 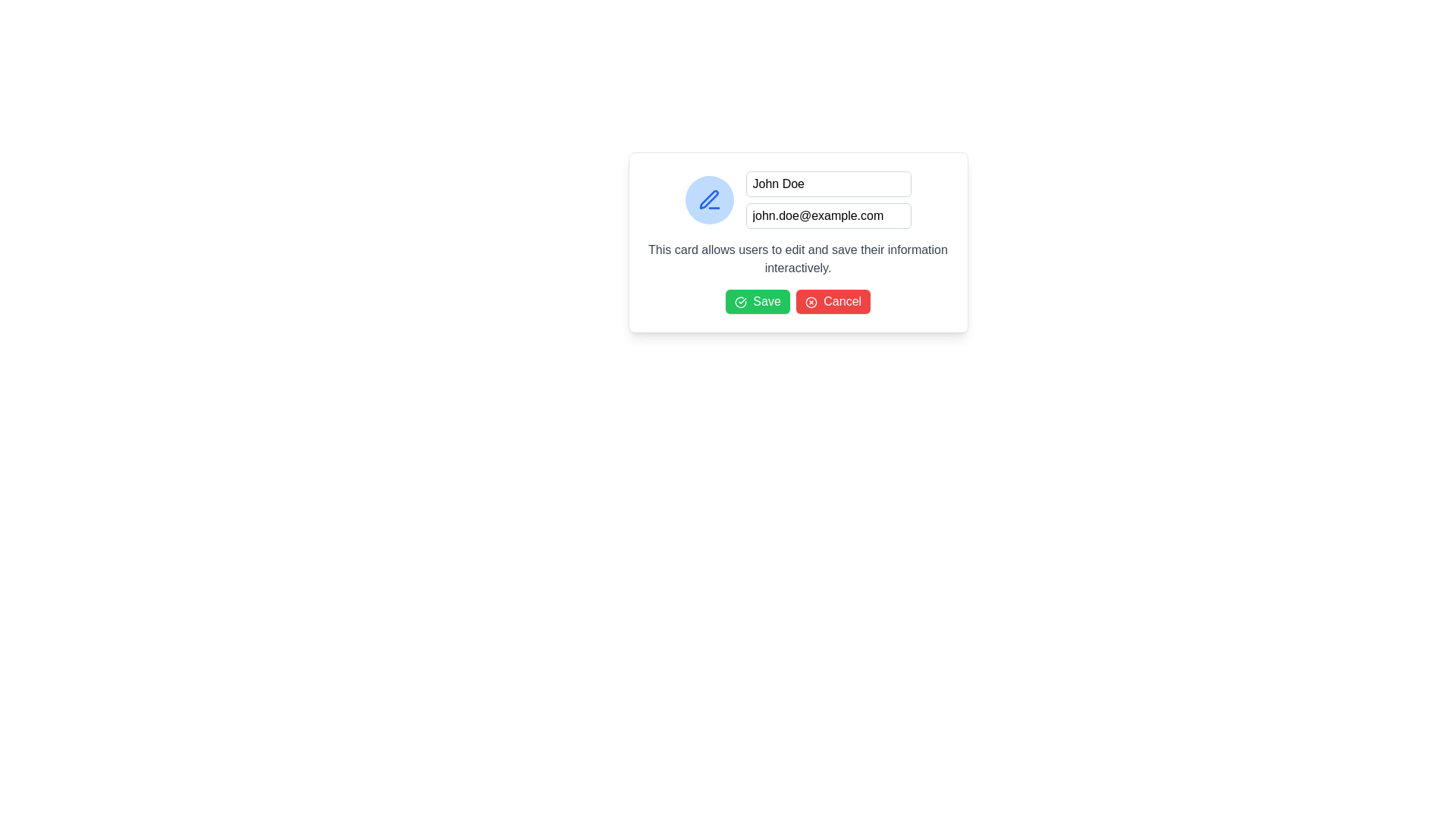 What do you see at coordinates (833, 301) in the screenshot?
I see `the cancel button located on the right side of the 'Save' button at the bottom of the card interface` at bounding box center [833, 301].